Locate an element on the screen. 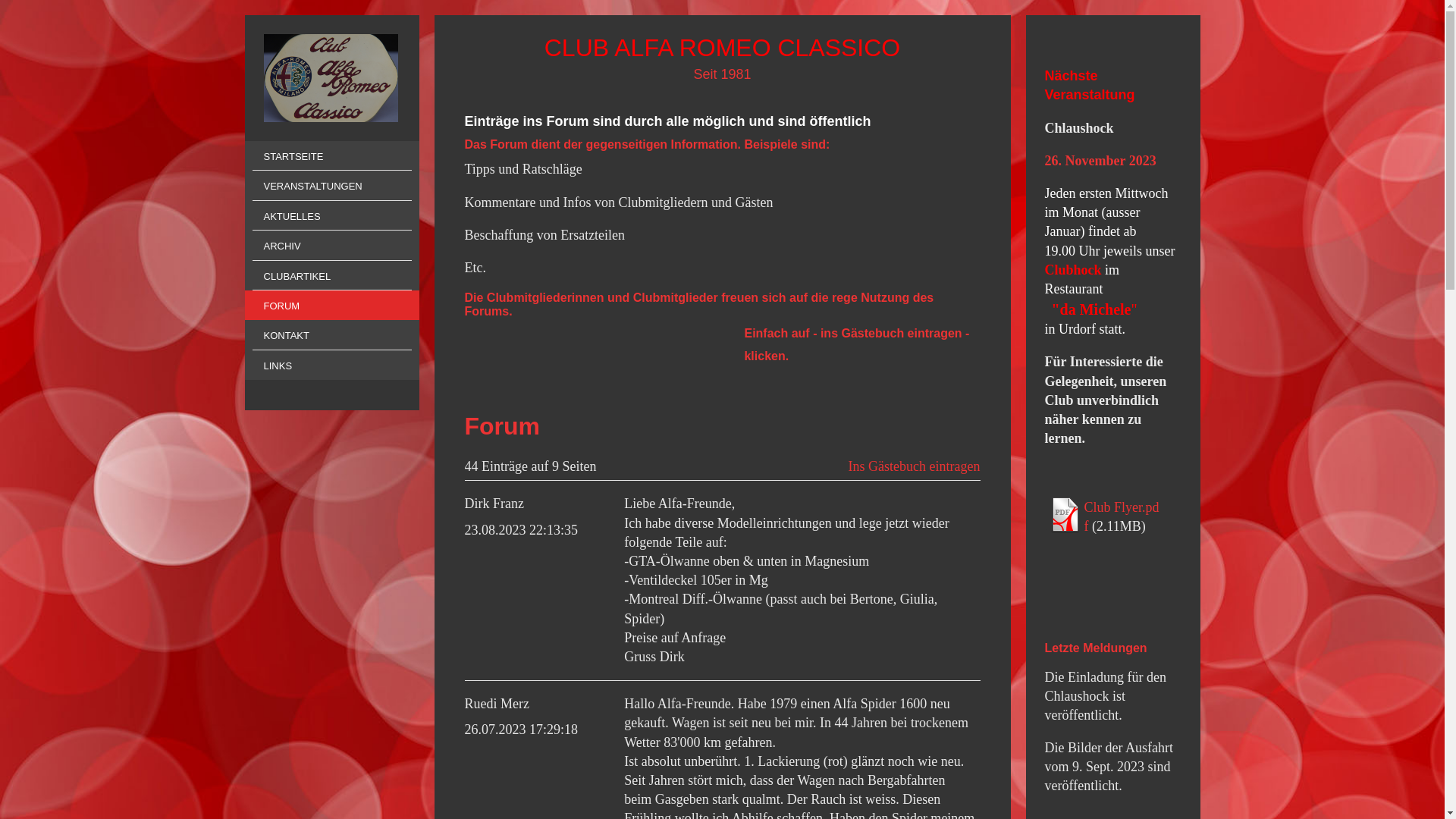 The image size is (1456, 819). 'ARCHIV' is located at coordinates (330, 244).